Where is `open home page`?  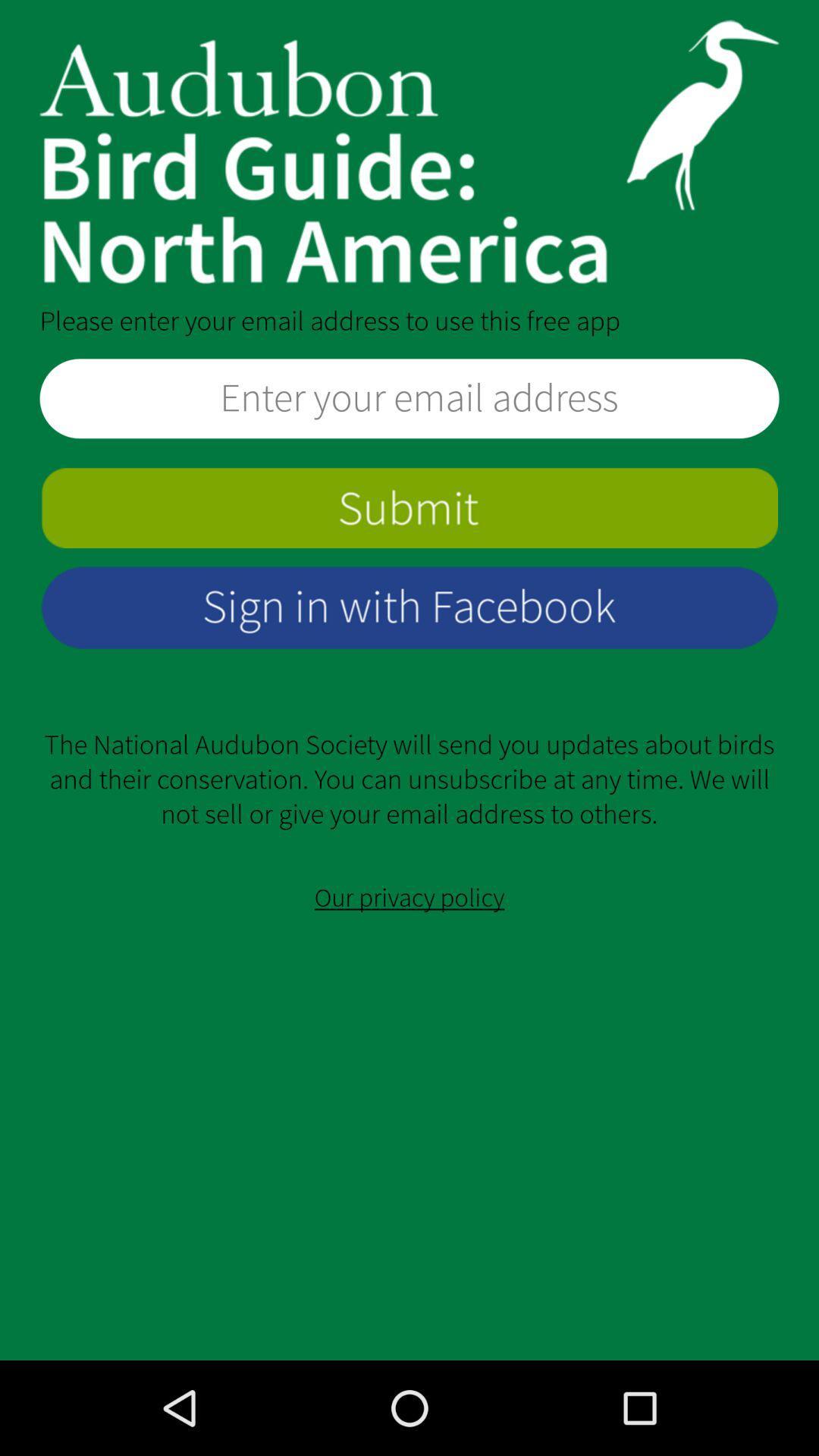 open home page is located at coordinates (409, 152).